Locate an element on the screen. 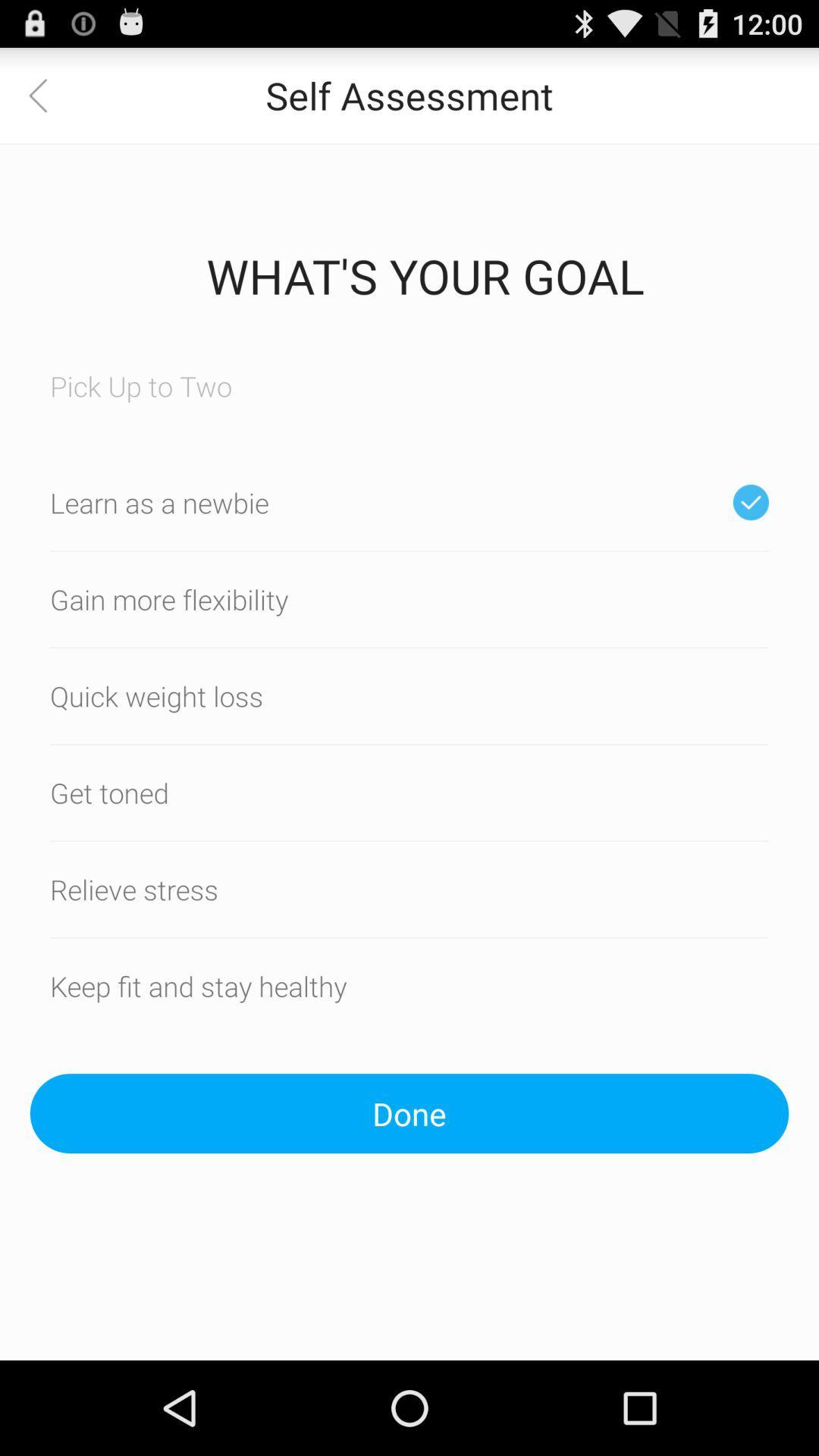 The width and height of the screenshot is (819, 1456). the arrow_backward icon is located at coordinates (46, 101).